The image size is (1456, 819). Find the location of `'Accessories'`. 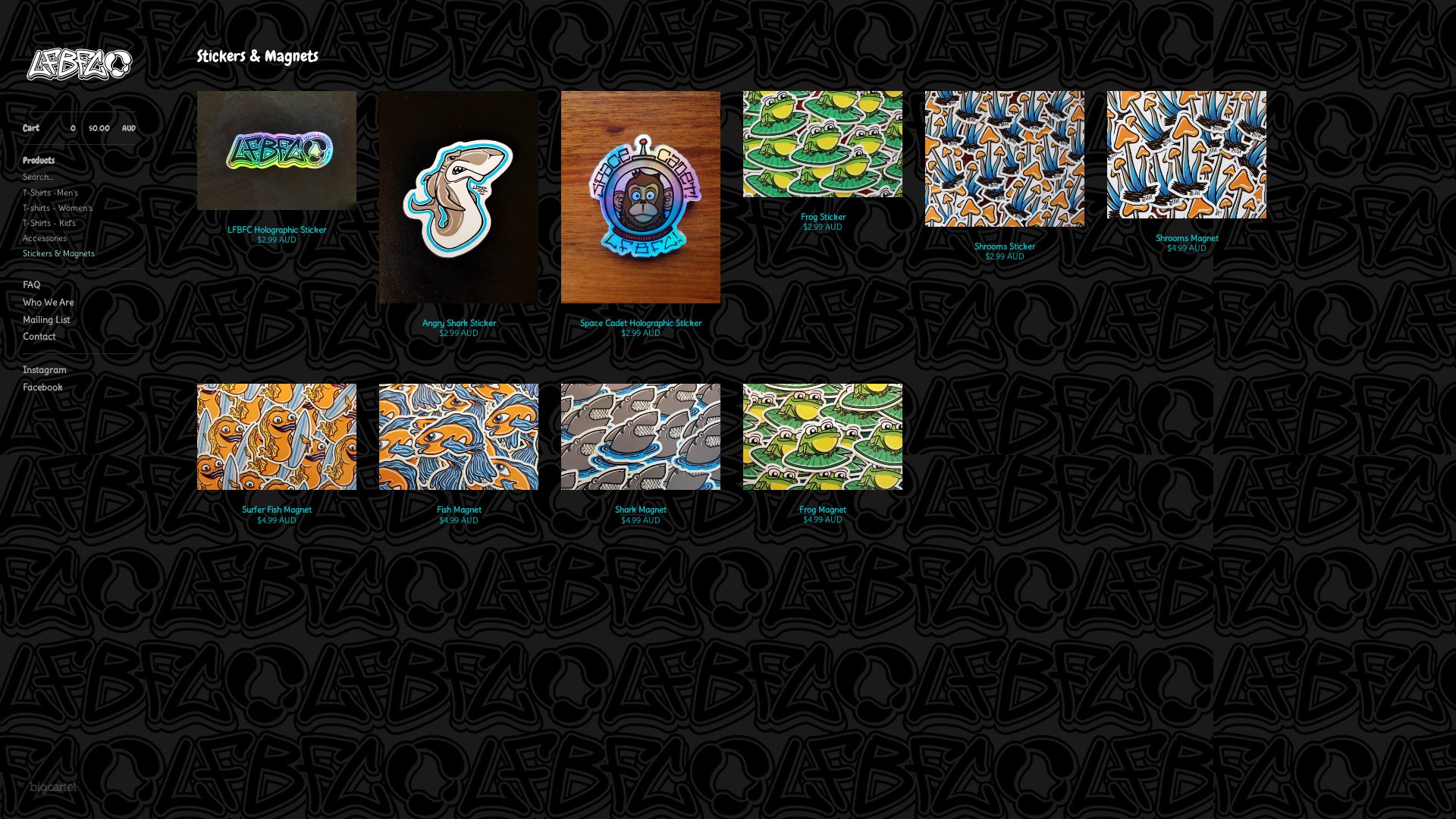

'Accessories' is located at coordinates (78, 237).